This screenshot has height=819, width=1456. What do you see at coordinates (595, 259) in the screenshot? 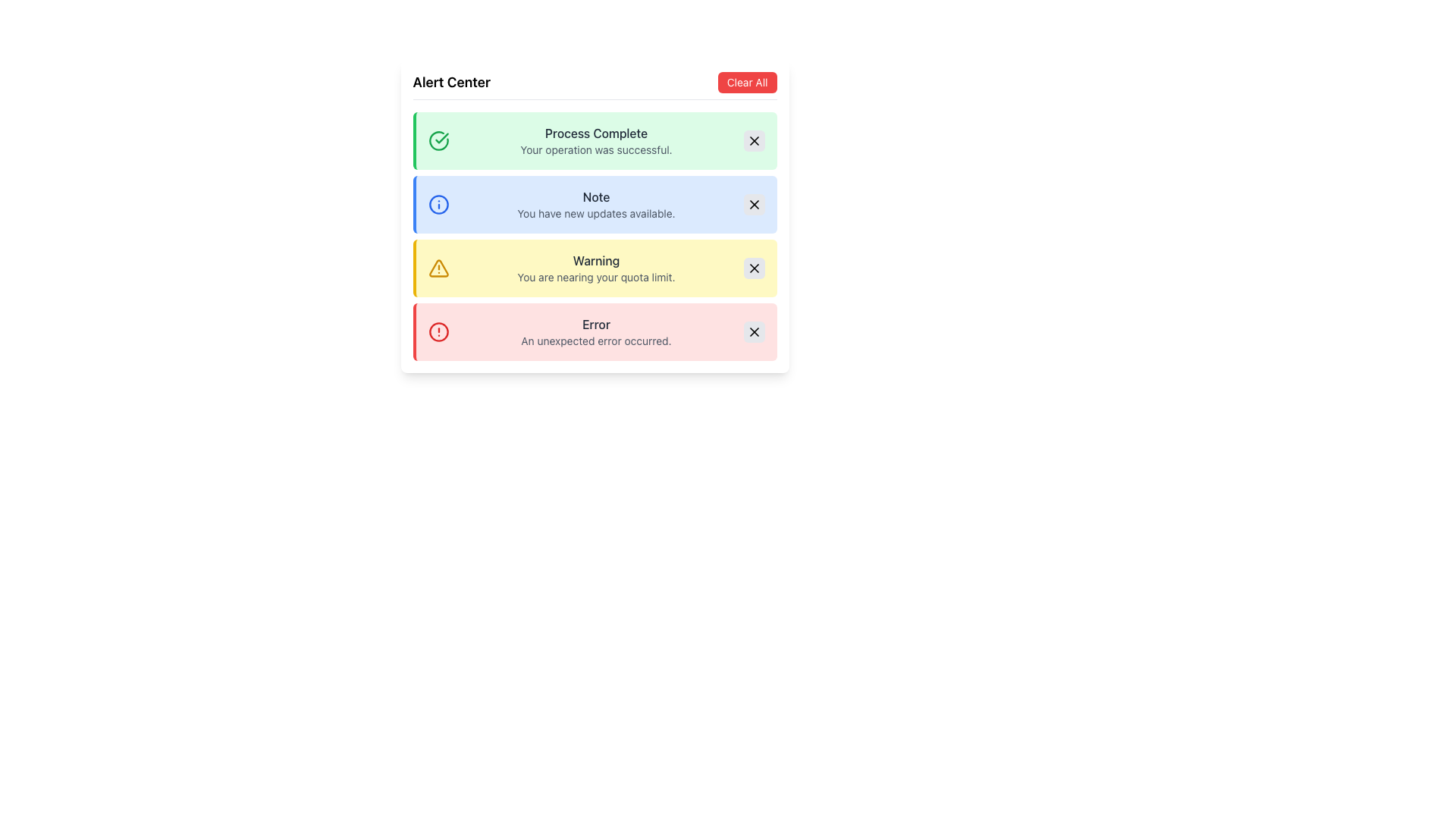
I see `the Text label which serves as the title for the associated alert, located in the third notification box from the top in the 'Alert Center' interface, above the message 'You are nearing your quota limit.'` at bounding box center [595, 259].